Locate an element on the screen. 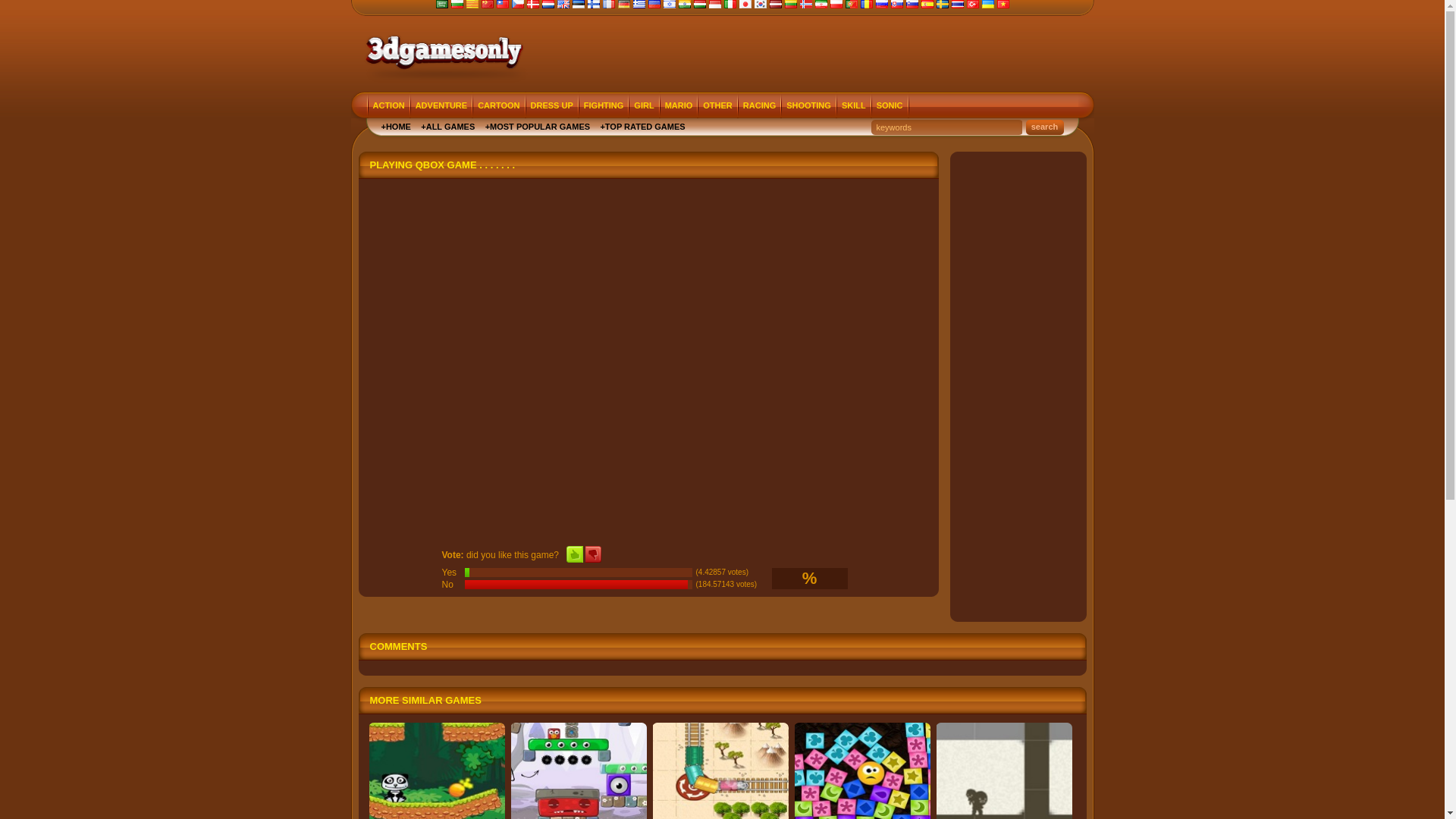 The height and width of the screenshot is (819, 1456). '+HOME' is located at coordinates (395, 125).